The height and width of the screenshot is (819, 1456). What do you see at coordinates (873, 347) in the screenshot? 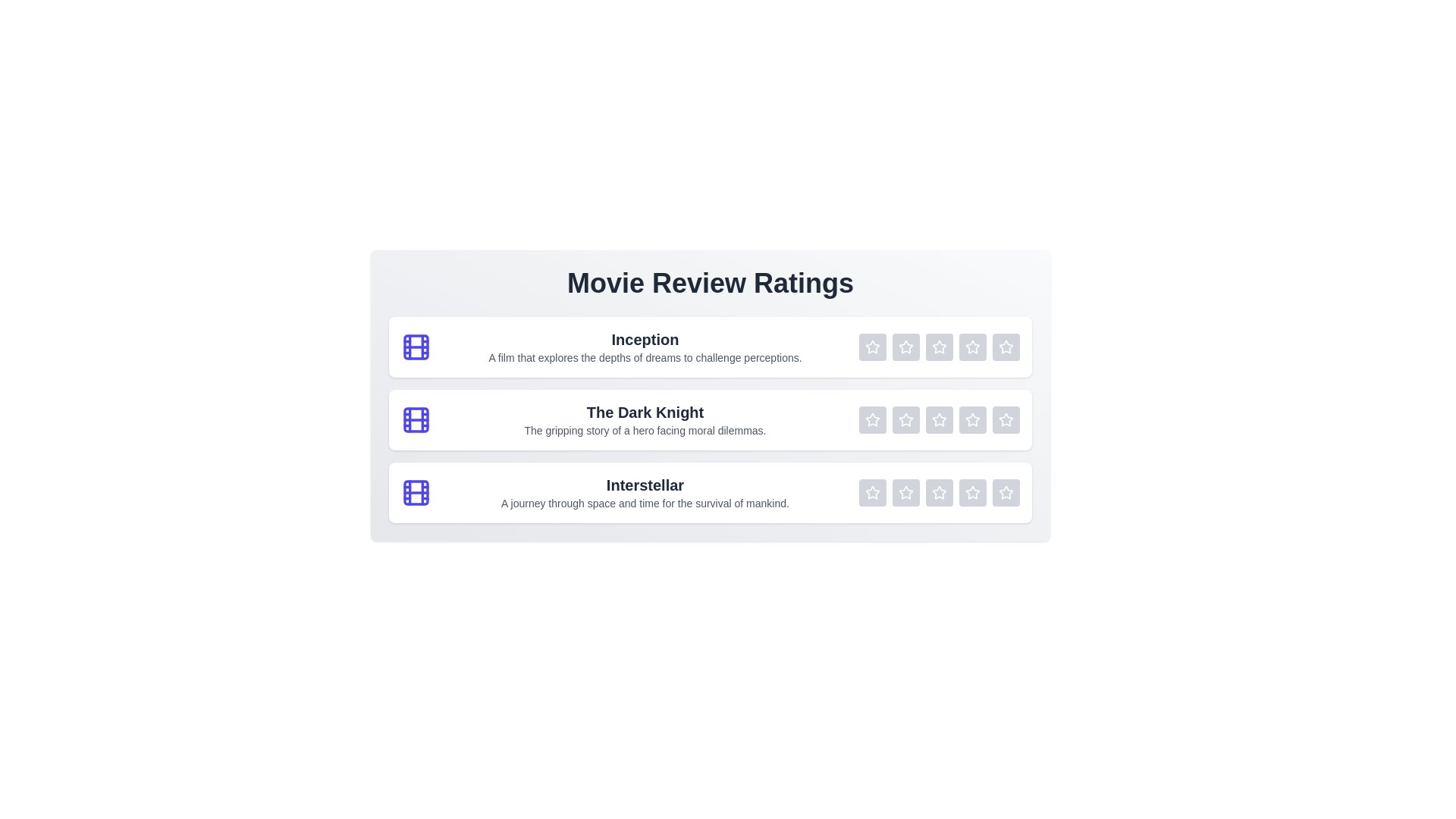
I see `the rating of a movie to 1 stars by clicking the corresponding star` at bounding box center [873, 347].